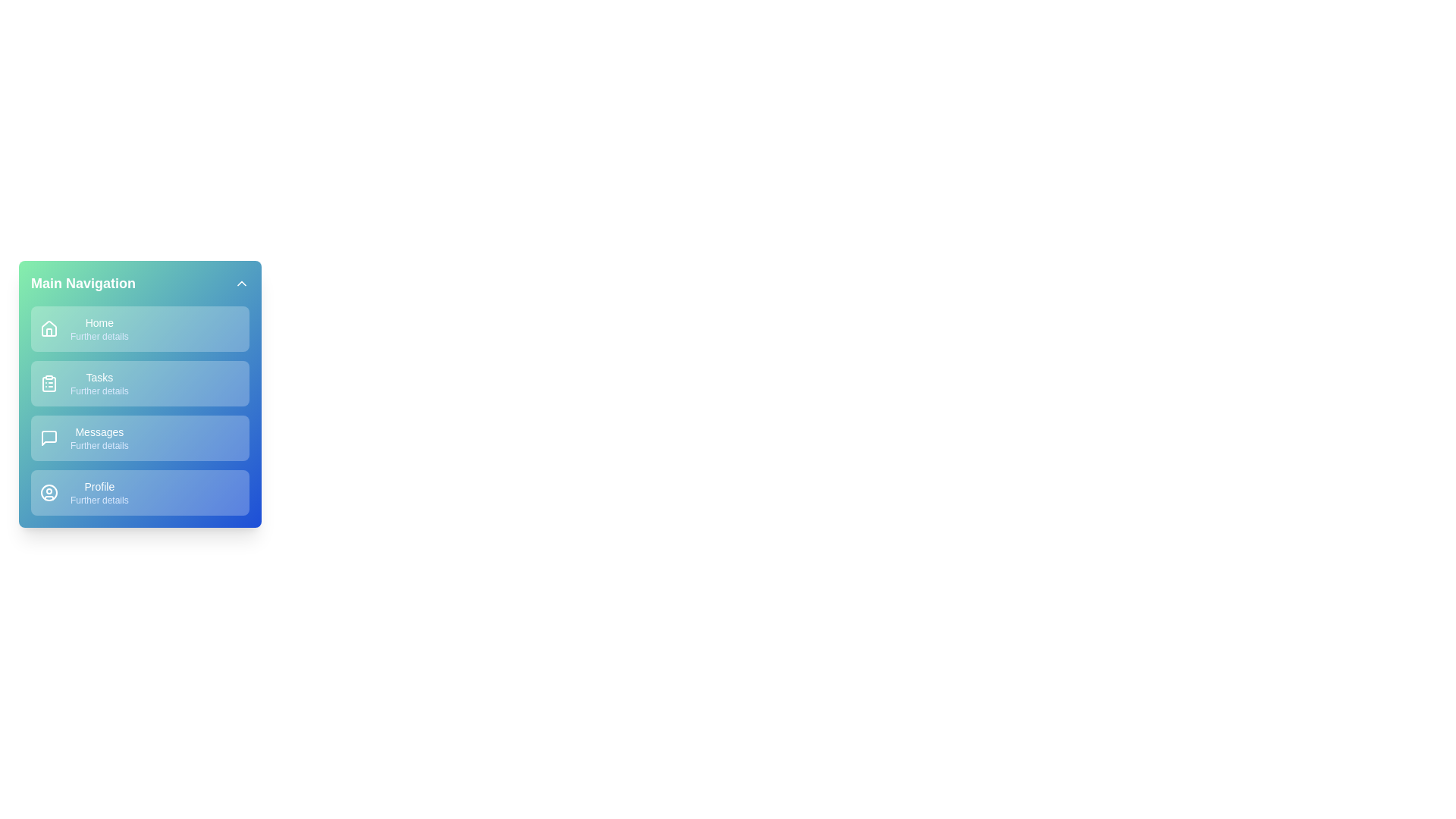  I want to click on the menu item Messages by clicking on it, so click(140, 438).